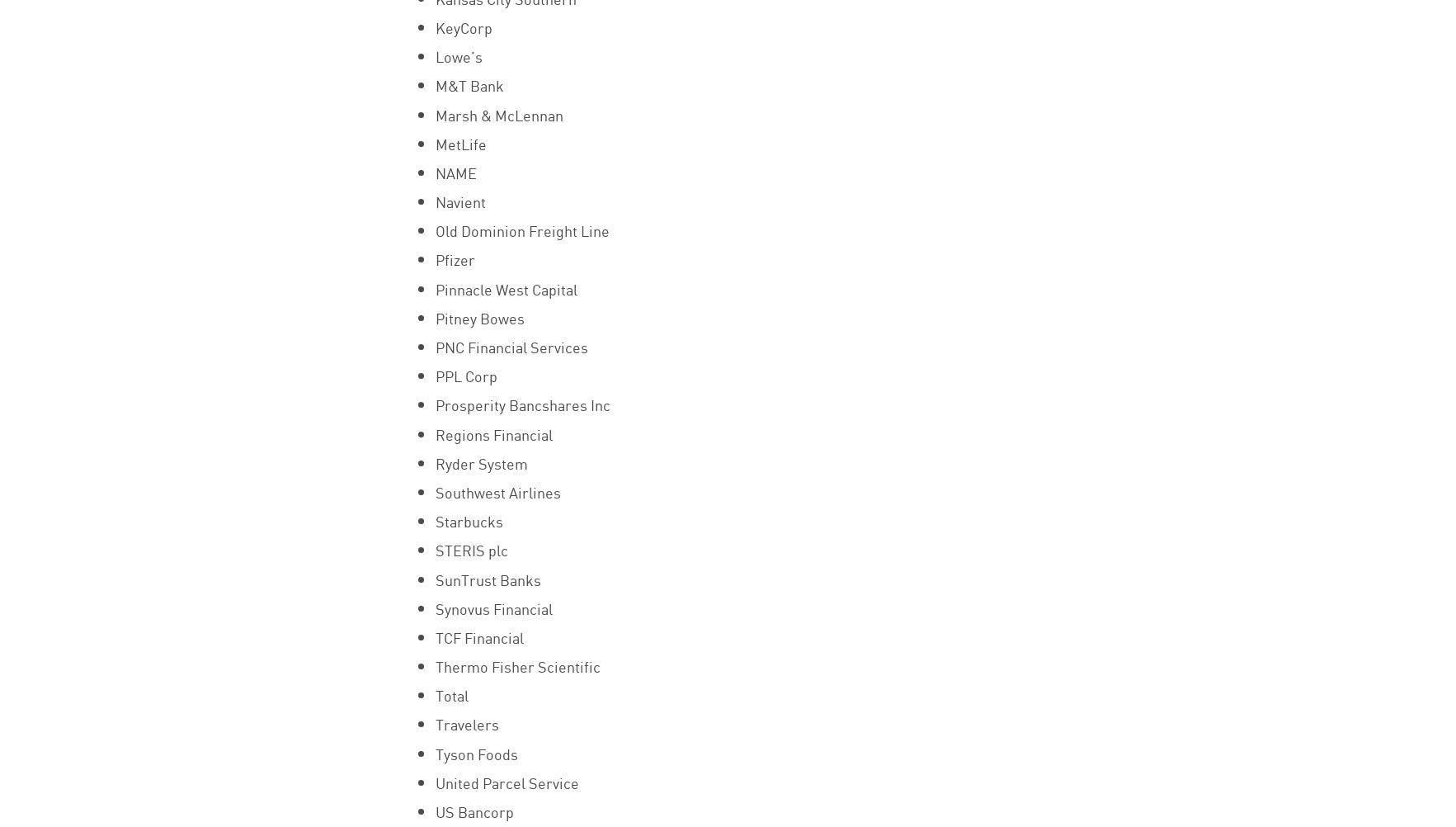 The image size is (1456, 827). Describe the element at coordinates (467, 519) in the screenshot. I see `'Starbucks'` at that location.